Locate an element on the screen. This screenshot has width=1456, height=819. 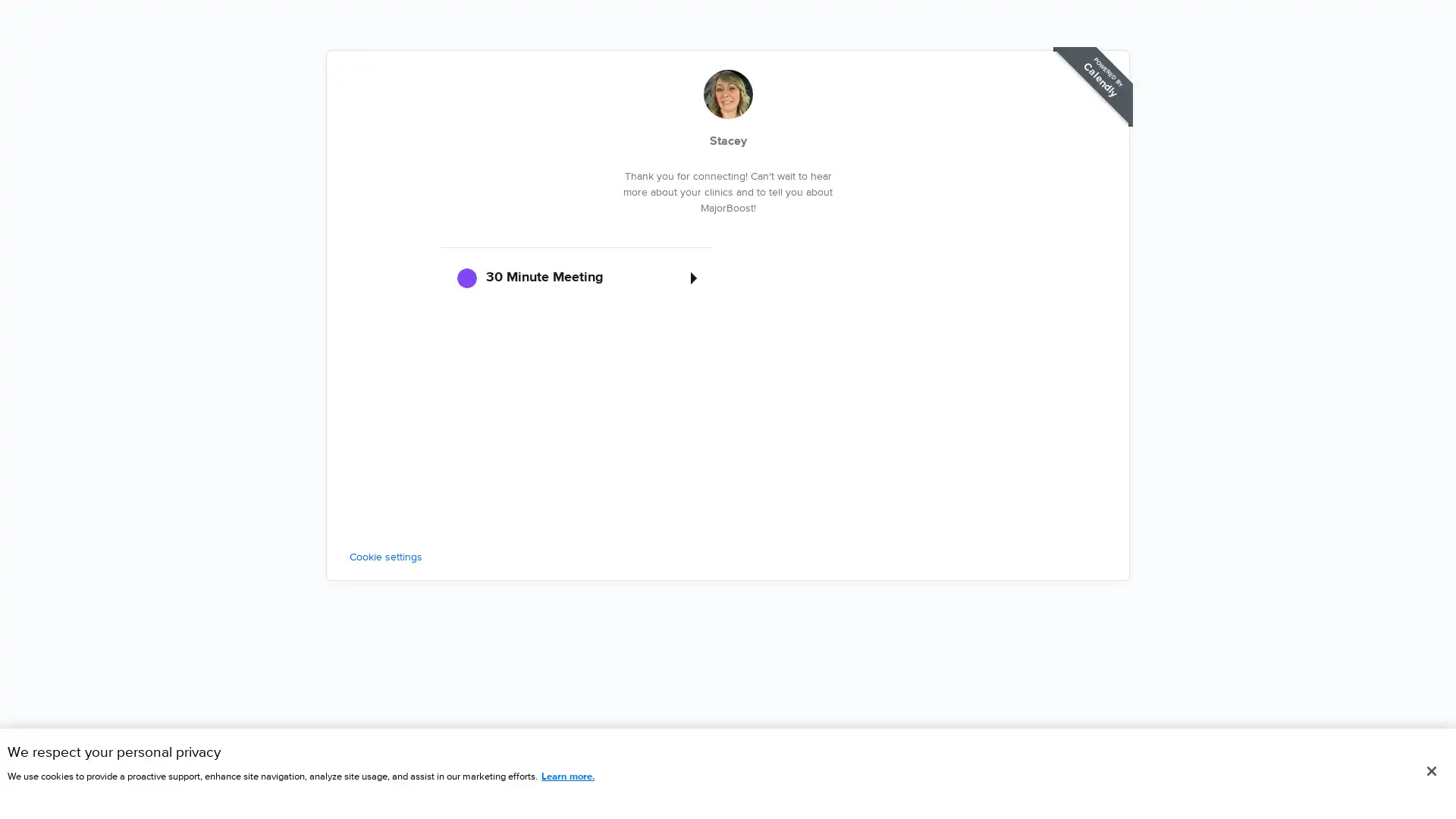
Cookie settings is located at coordinates (385, 557).